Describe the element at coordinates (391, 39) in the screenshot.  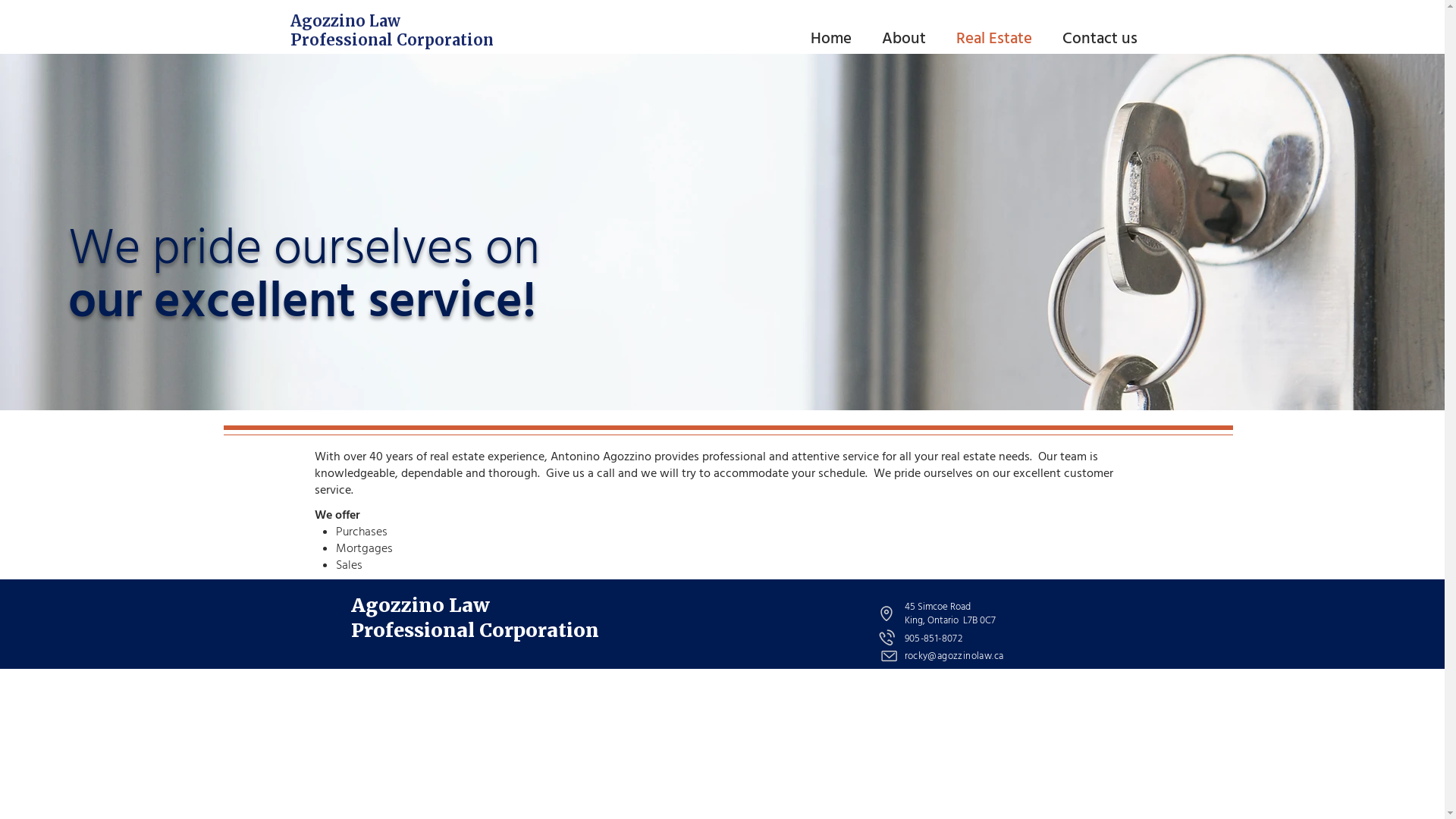
I see `'Professional Corporation'` at that location.